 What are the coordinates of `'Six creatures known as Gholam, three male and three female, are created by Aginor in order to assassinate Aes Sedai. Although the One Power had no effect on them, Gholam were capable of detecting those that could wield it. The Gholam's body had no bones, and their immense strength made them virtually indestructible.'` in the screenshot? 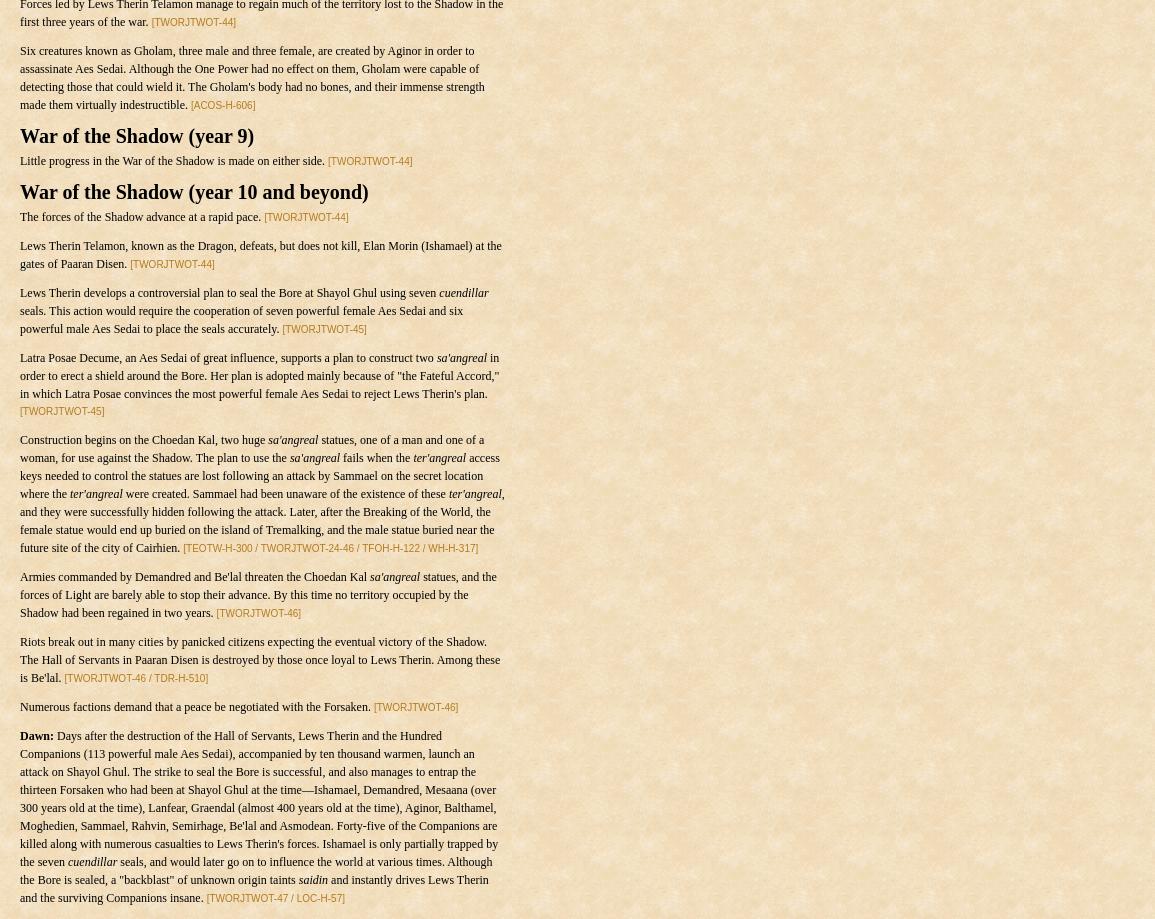 It's located at (18, 78).